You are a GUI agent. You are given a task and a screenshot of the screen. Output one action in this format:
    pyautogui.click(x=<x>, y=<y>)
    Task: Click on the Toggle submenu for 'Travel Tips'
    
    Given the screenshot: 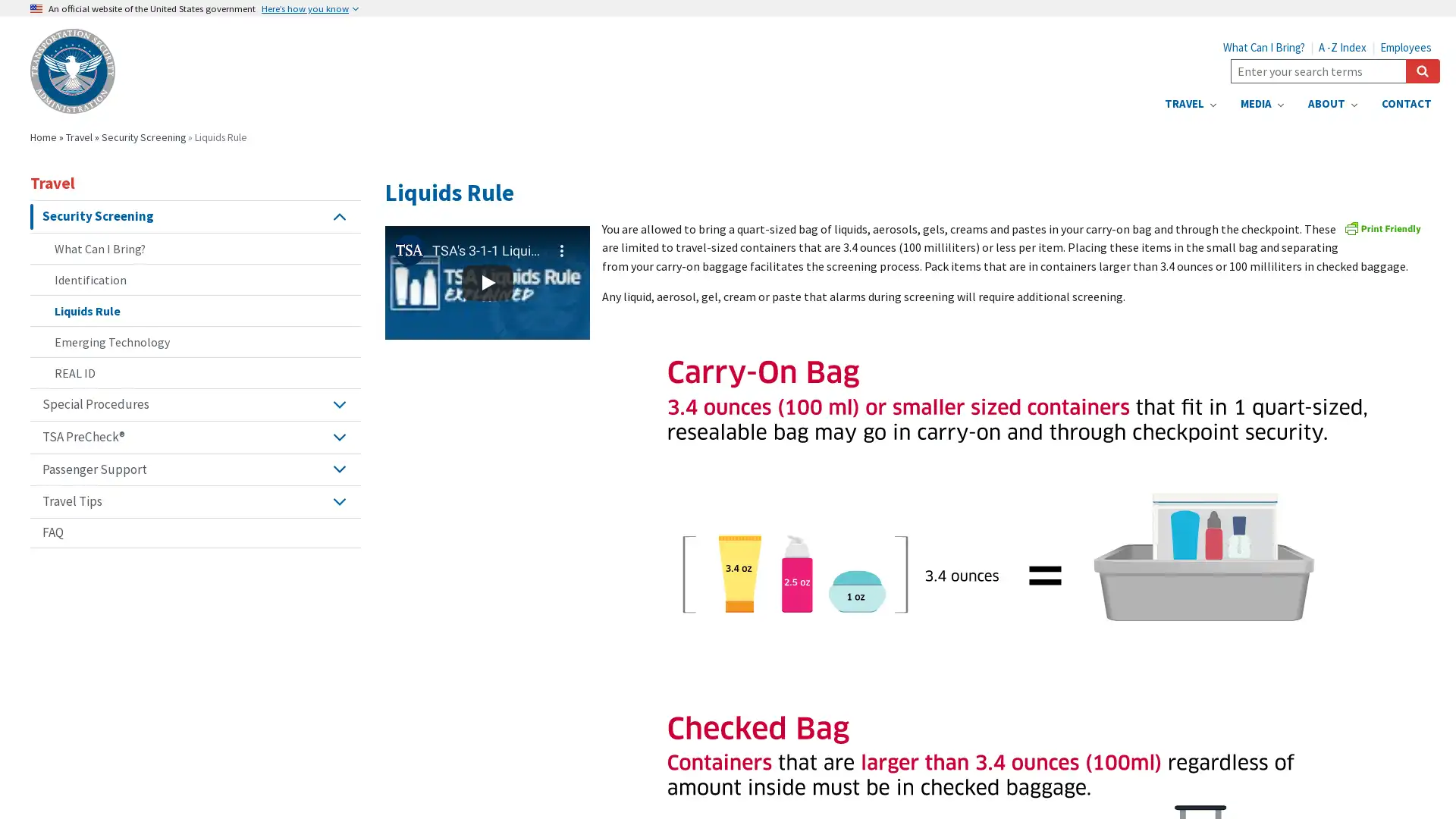 What is the action you would take?
    pyautogui.click(x=338, y=502)
    